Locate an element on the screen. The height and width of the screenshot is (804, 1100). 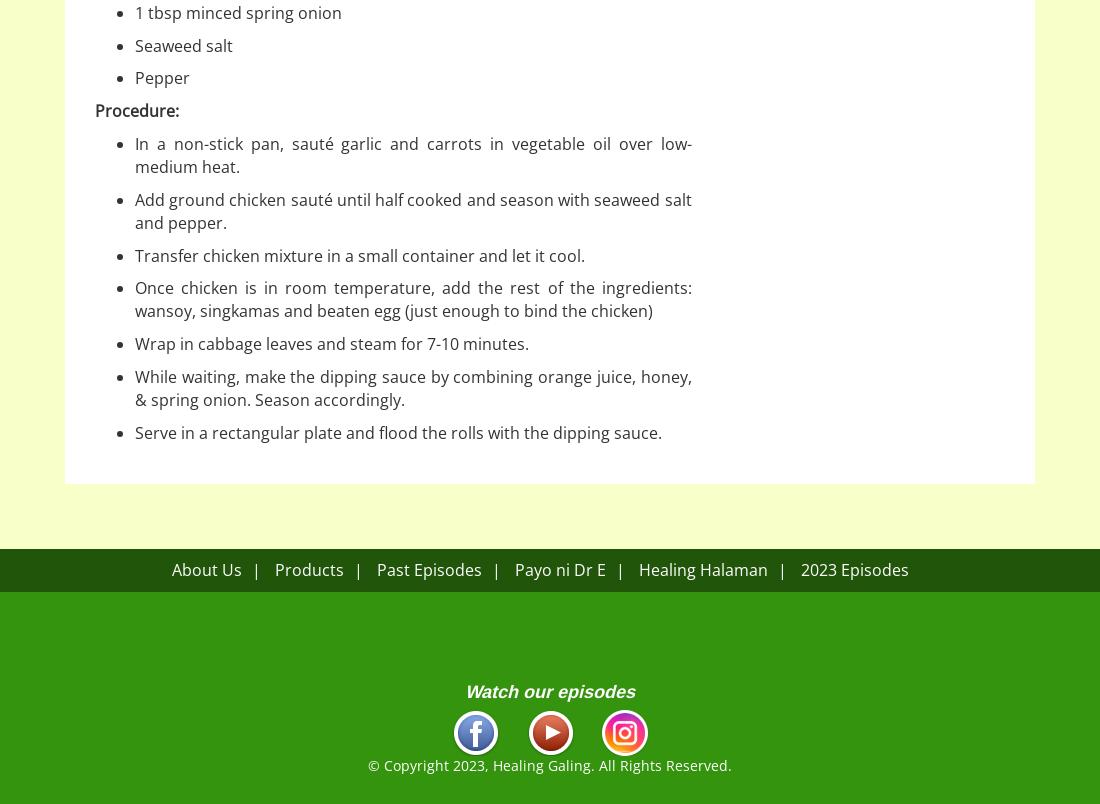
'In a non-stick pan, sauté garlic and carrots in vegetable oil over low-medium heat.' is located at coordinates (412, 154).